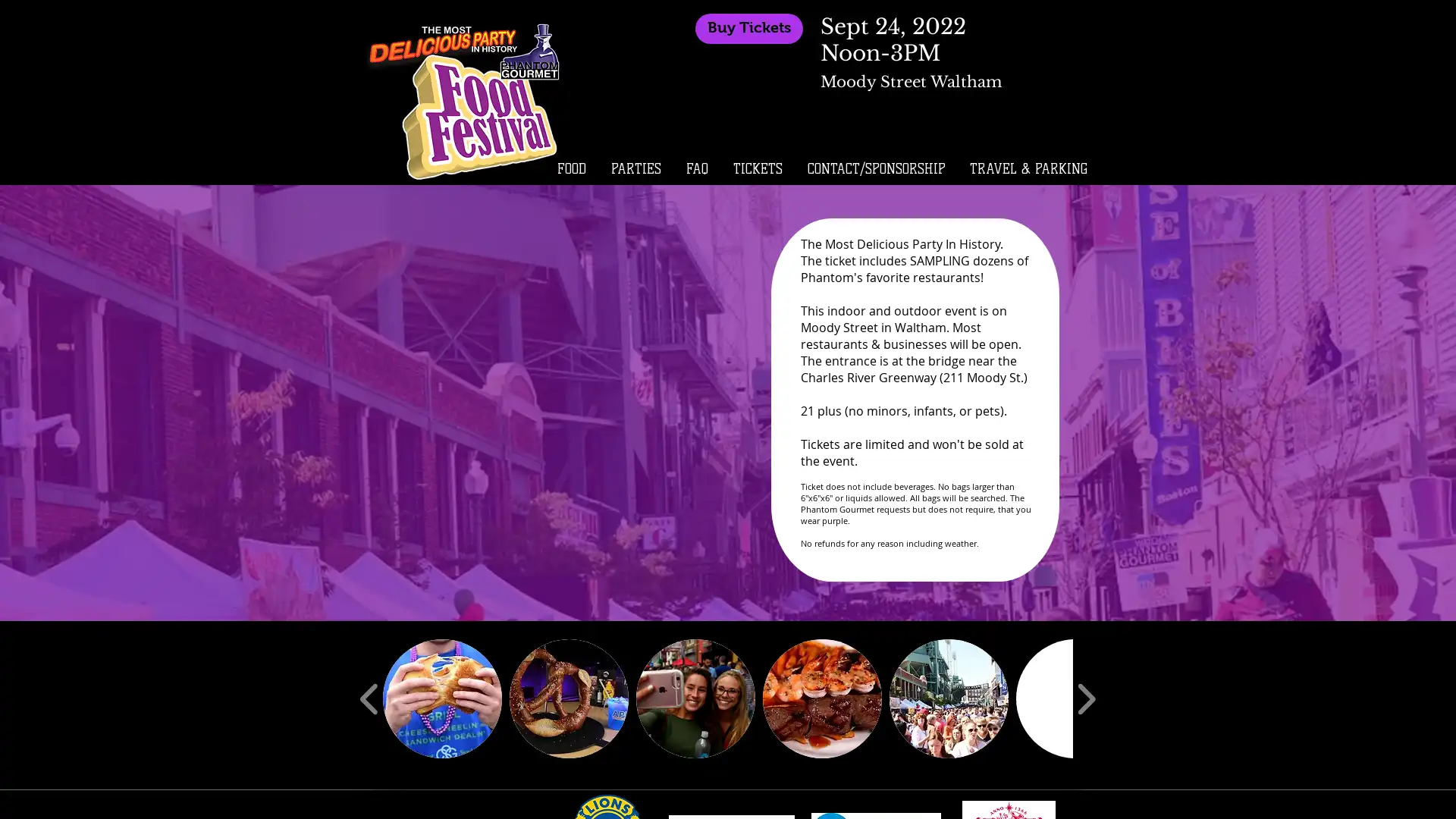 This screenshot has height=819, width=1456. Describe the element at coordinates (1085, 698) in the screenshot. I see `play forward` at that location.